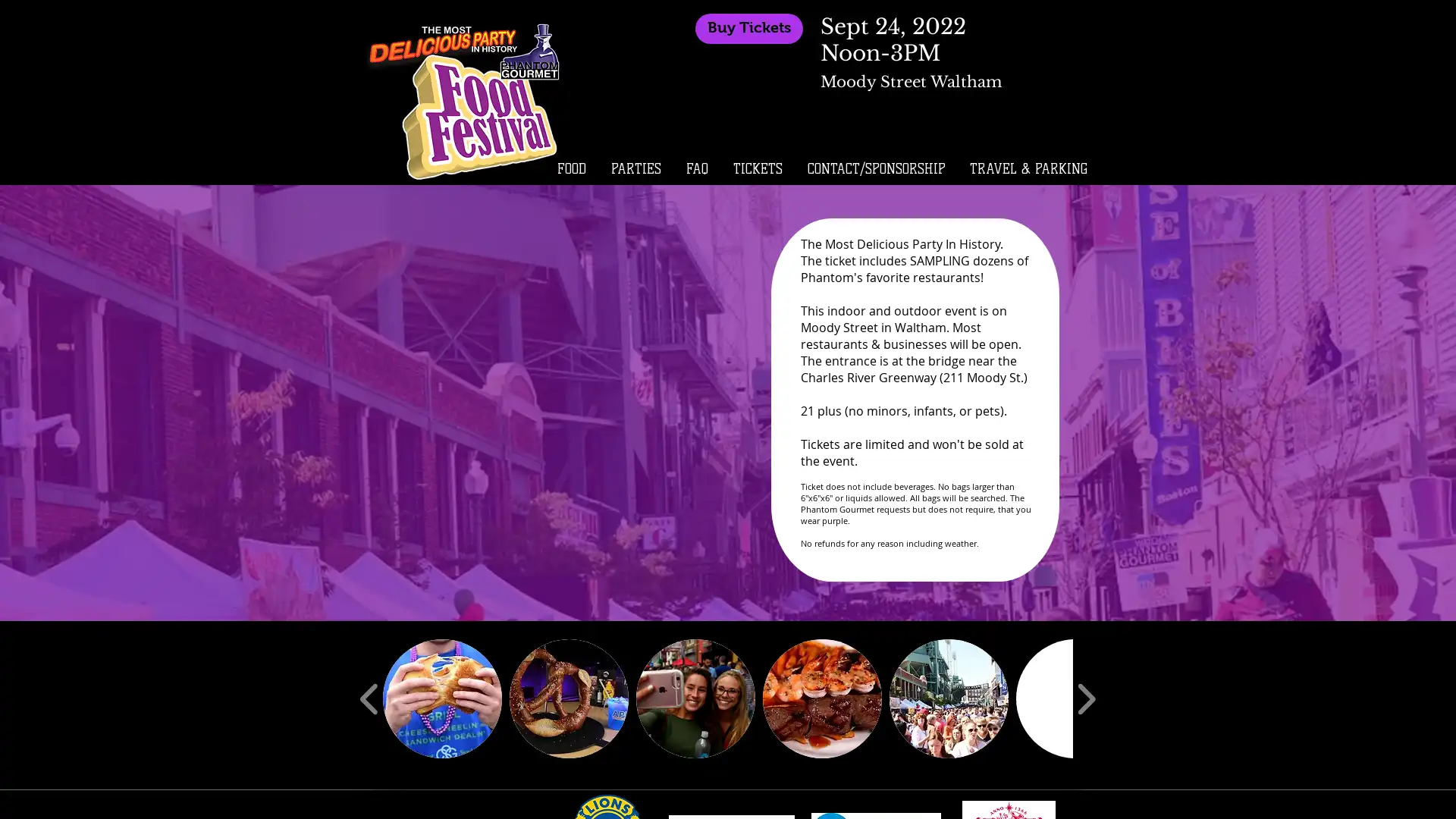 This screenshot has height=819, width=1456. Describe the element at coordinates (1085, 698) in the screenshot. I see `play forward` at that location.